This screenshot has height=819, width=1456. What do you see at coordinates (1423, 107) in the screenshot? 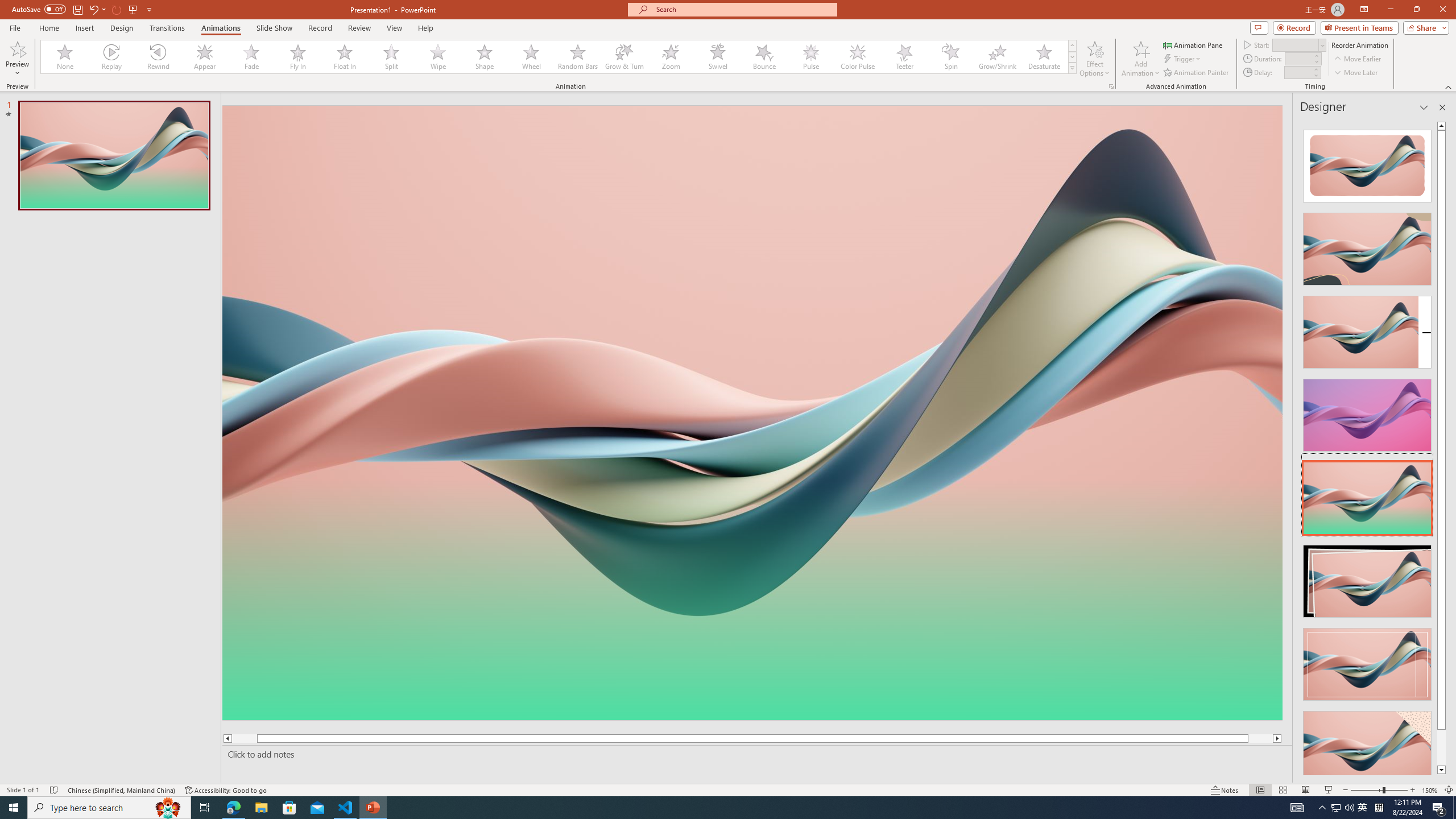
I see `'Task Pane Options'` at bounding box center [1423, 107].